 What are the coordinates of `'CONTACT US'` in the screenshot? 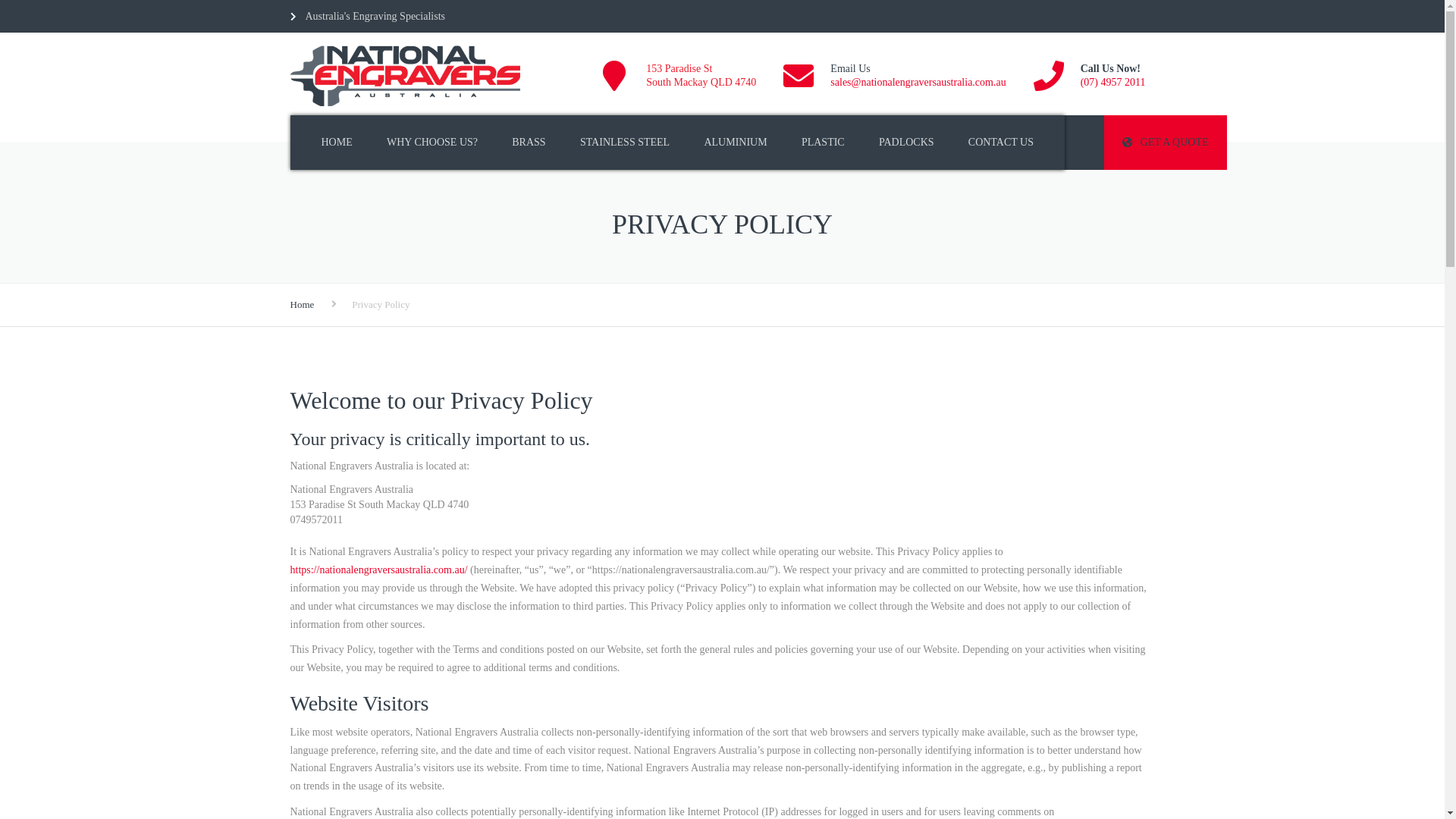 It's located at (1001, 143).